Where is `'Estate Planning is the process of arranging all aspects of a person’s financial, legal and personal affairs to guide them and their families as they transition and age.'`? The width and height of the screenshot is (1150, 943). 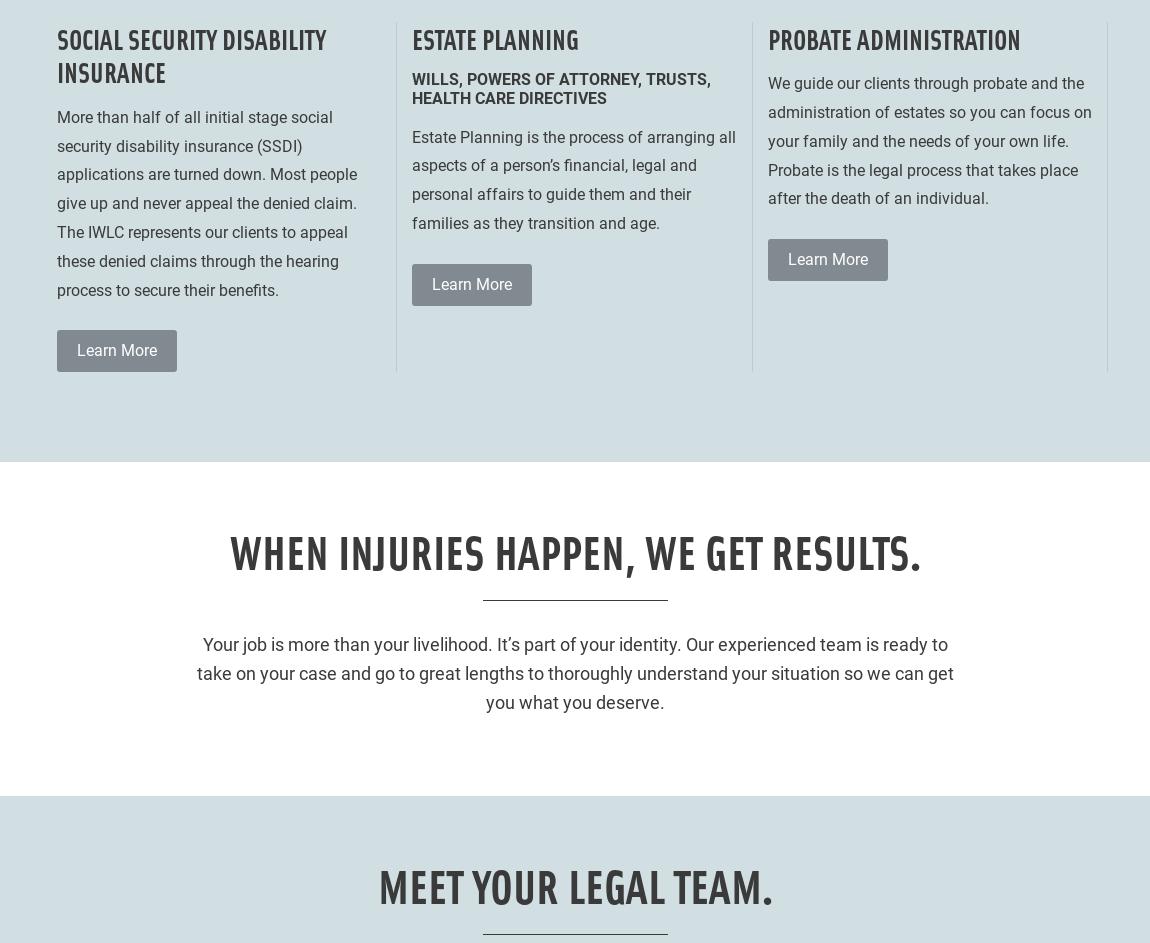
'Estate Planning is the process of arranging all aspects of a person’s financial, legal and personal affairs to guide them and their families as they transition and age.' is located at coordinates (412, 179).